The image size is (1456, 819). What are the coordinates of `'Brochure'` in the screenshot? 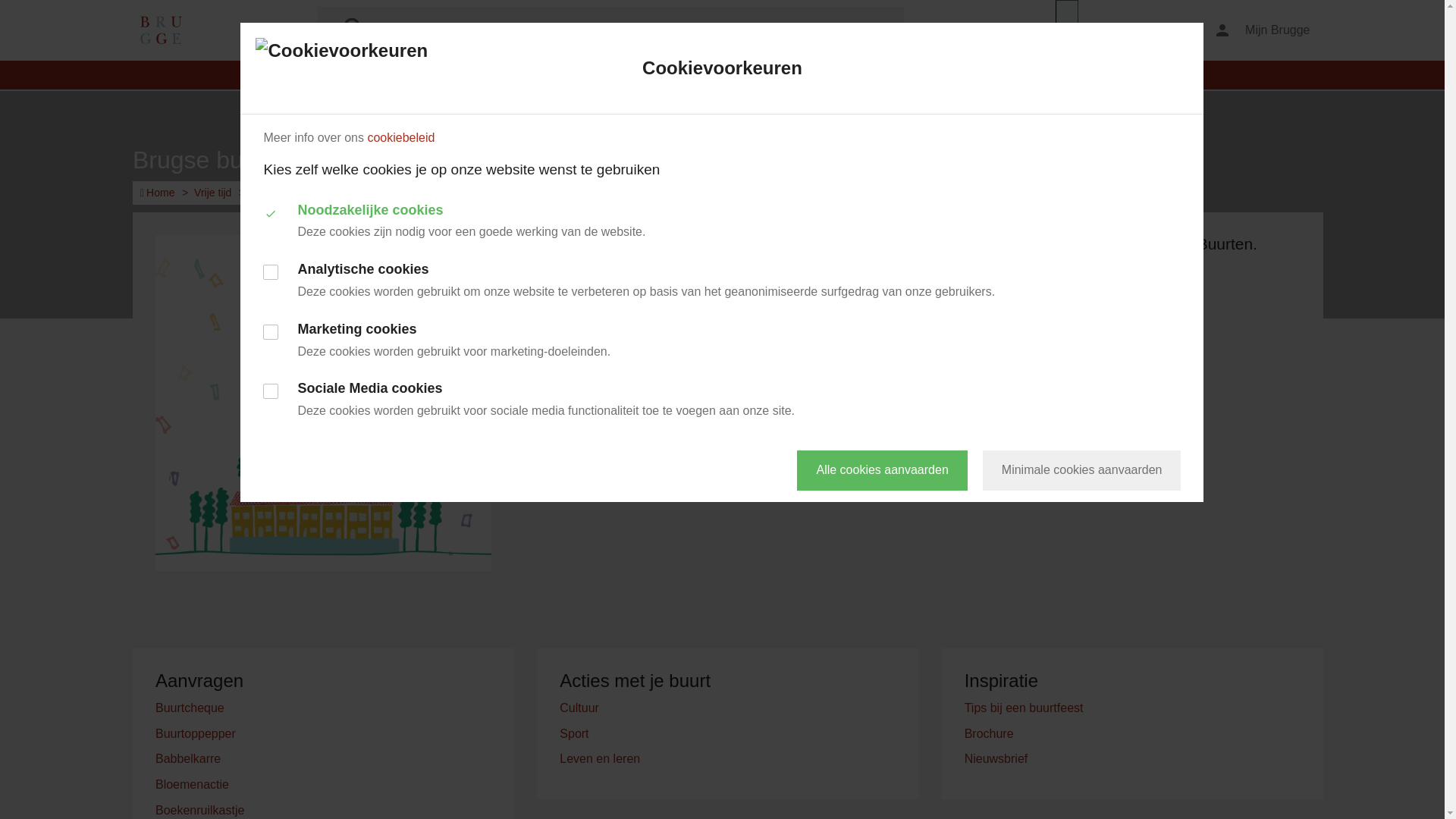 It's located at (989, 733).